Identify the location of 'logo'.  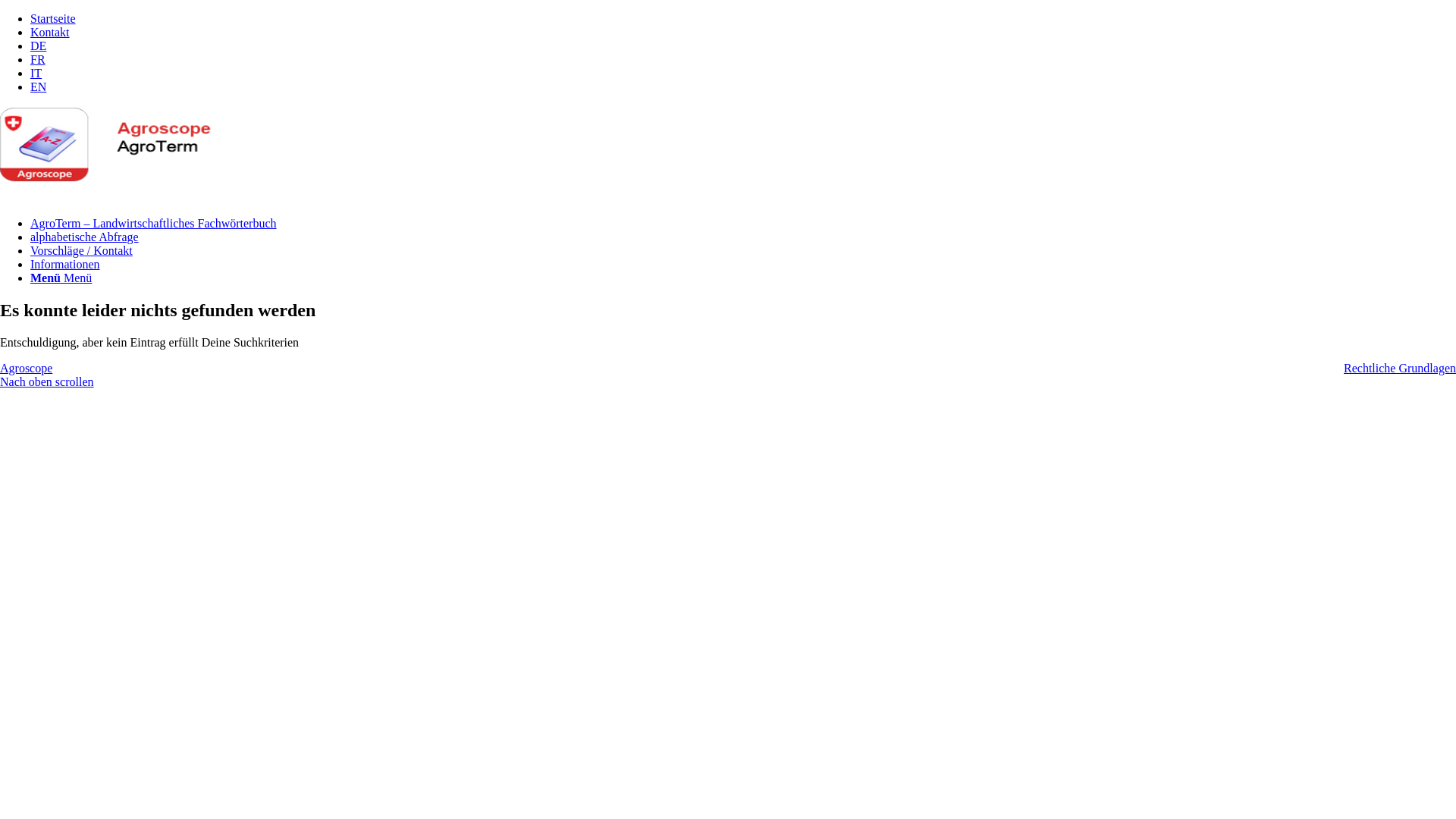
(112, 177).